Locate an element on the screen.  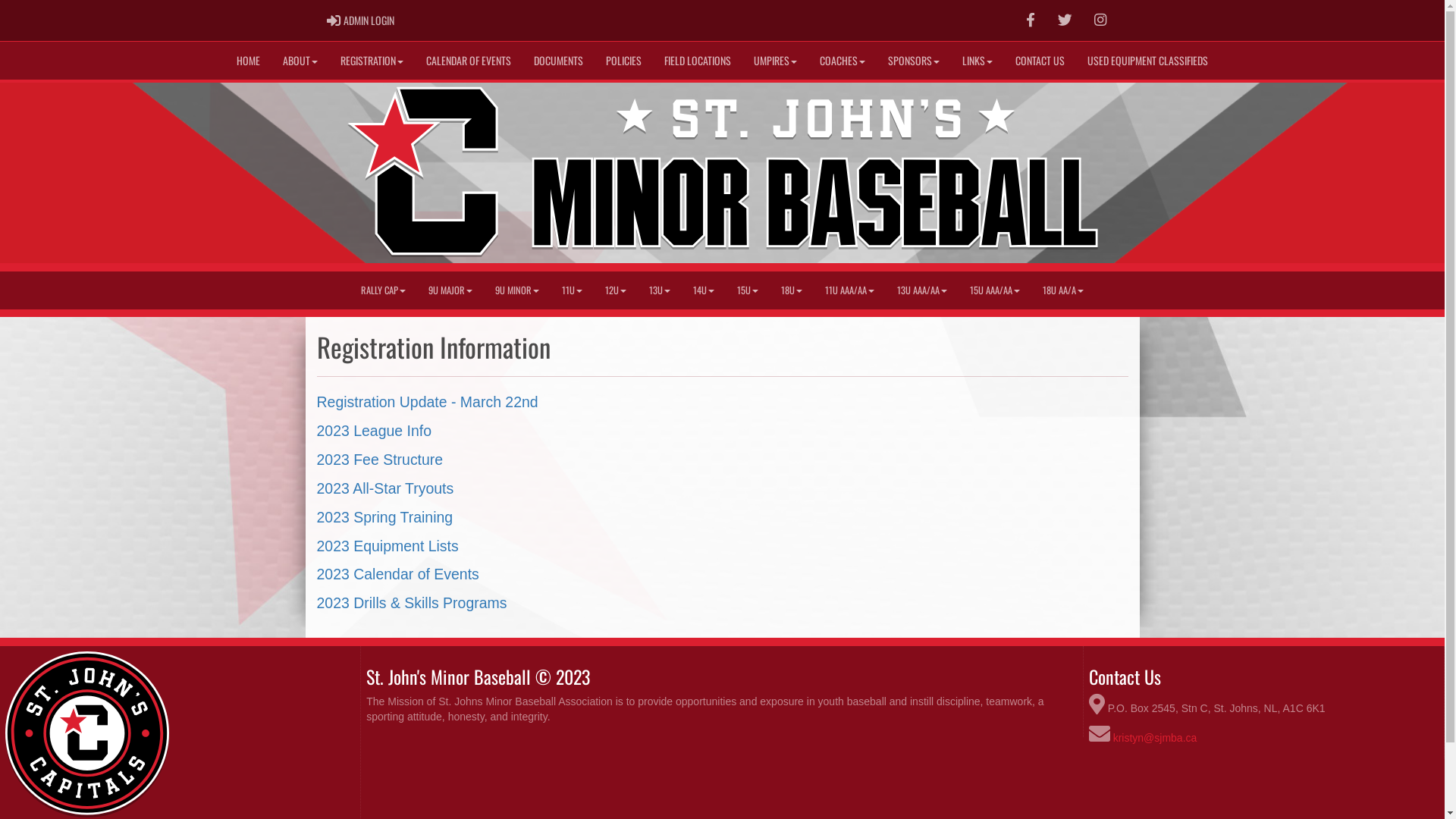
'like us' is located at coordinates (1030, 20).